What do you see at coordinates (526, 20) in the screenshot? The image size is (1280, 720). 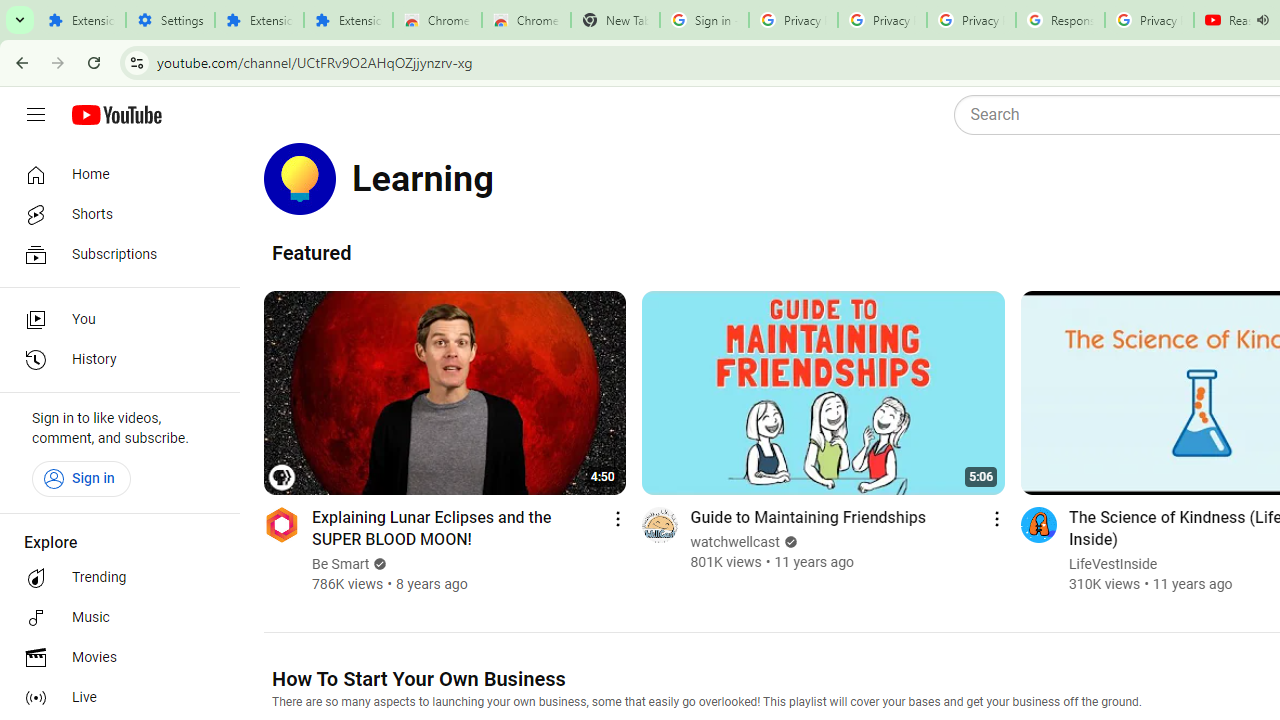 I see `'Chrome Web Store - Themes'` at bounding box center [526, 20].